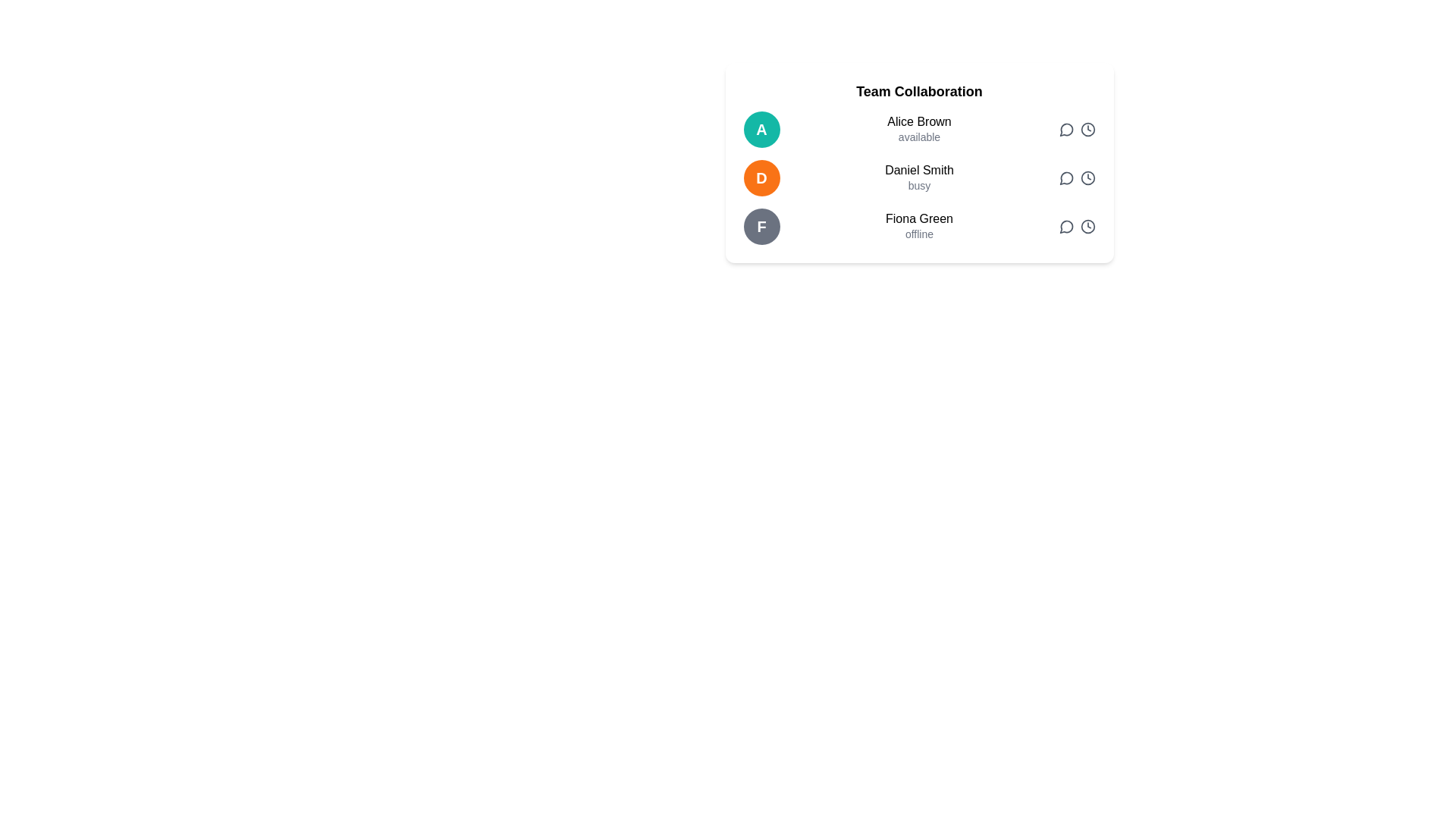  What do you see at coordinates (918, 185) in the screenshot?
I see `the status text 'busy' located below the name 'Daniel Smith' in the team members list` at bounding box center [918, 185].